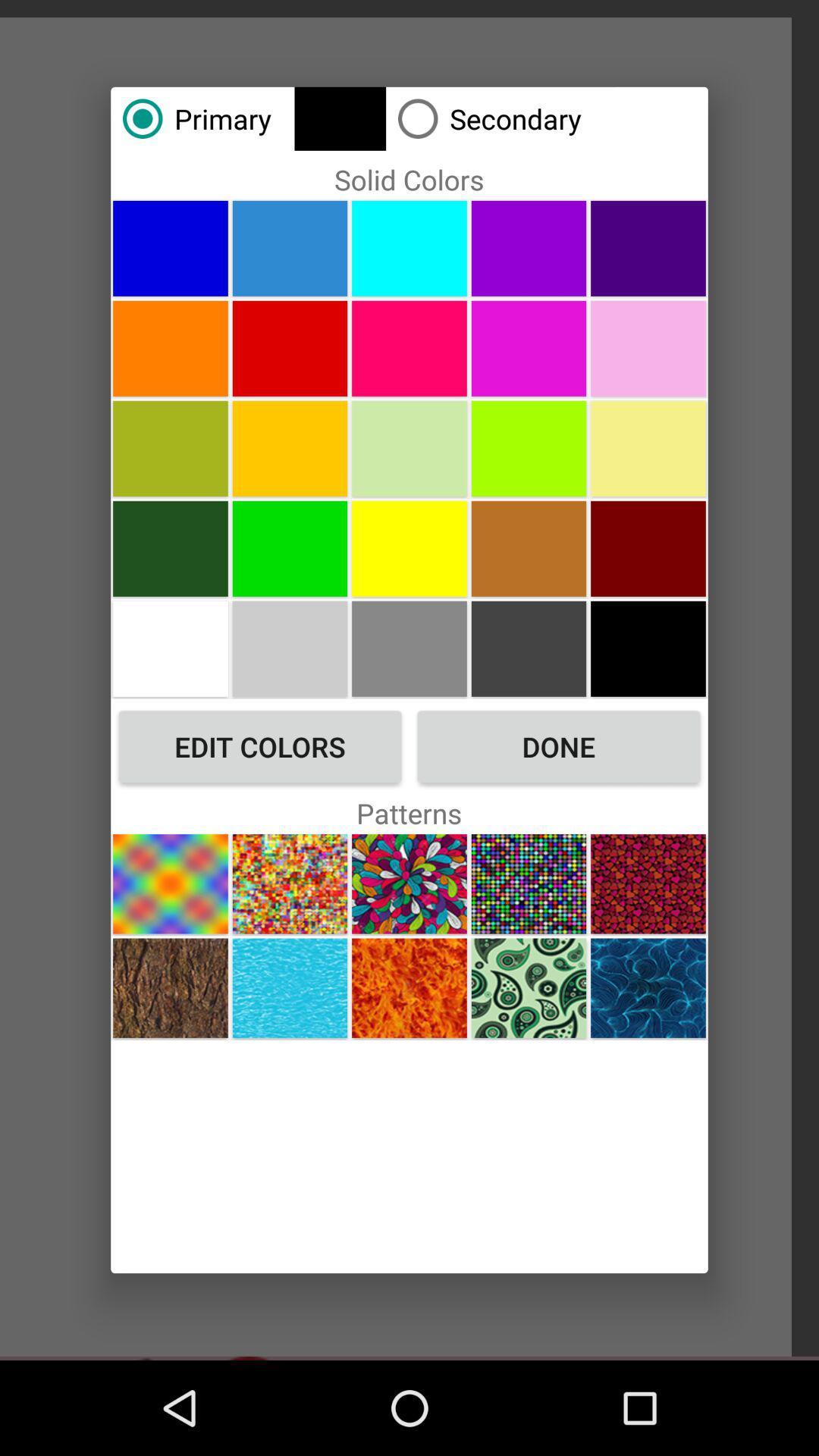  Describe the element at coordinates (290, 883) in the screenshot. I see `choose pattern` at that location.